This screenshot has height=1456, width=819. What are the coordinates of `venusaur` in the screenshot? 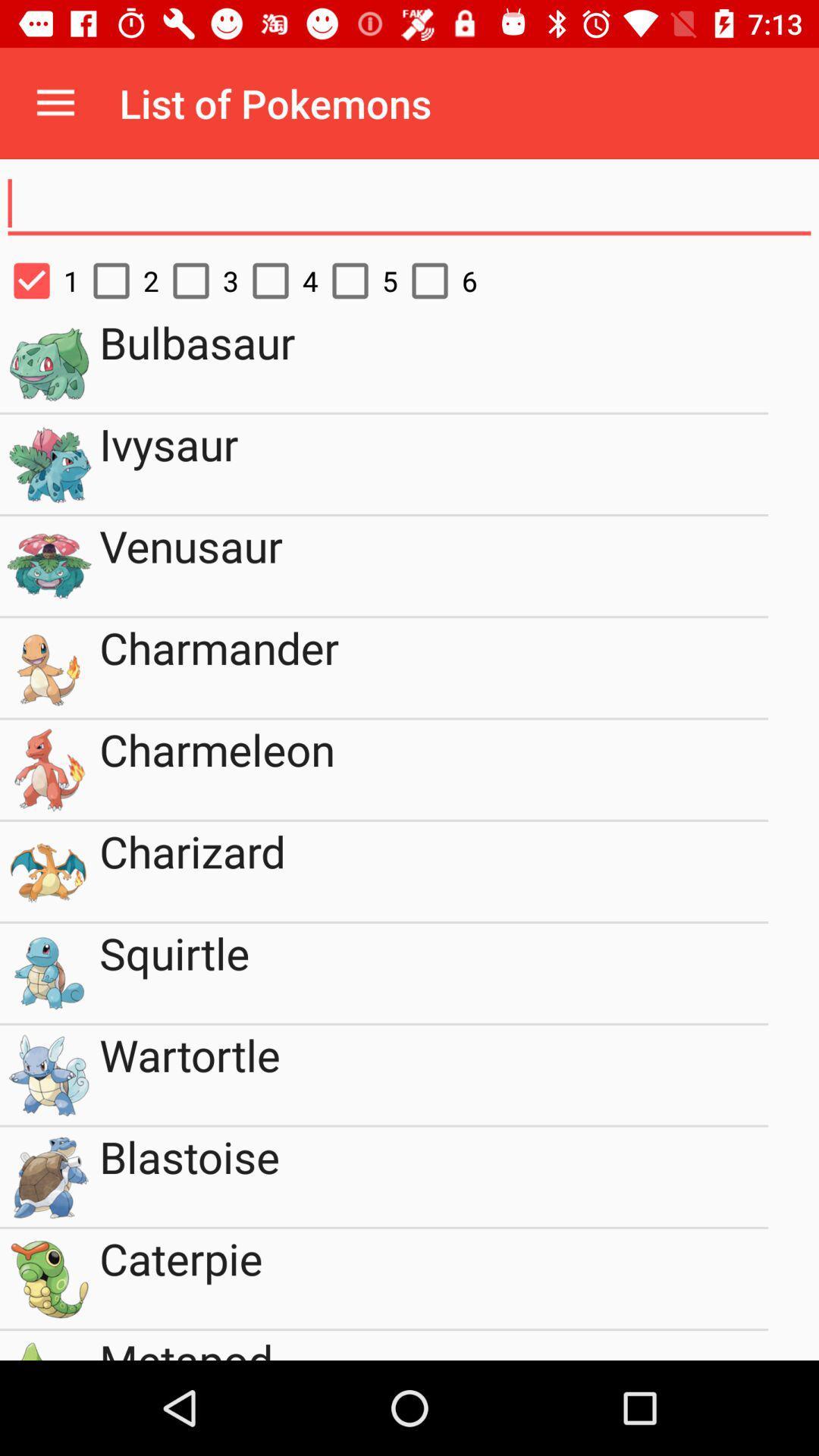 It's located at (434, 565).